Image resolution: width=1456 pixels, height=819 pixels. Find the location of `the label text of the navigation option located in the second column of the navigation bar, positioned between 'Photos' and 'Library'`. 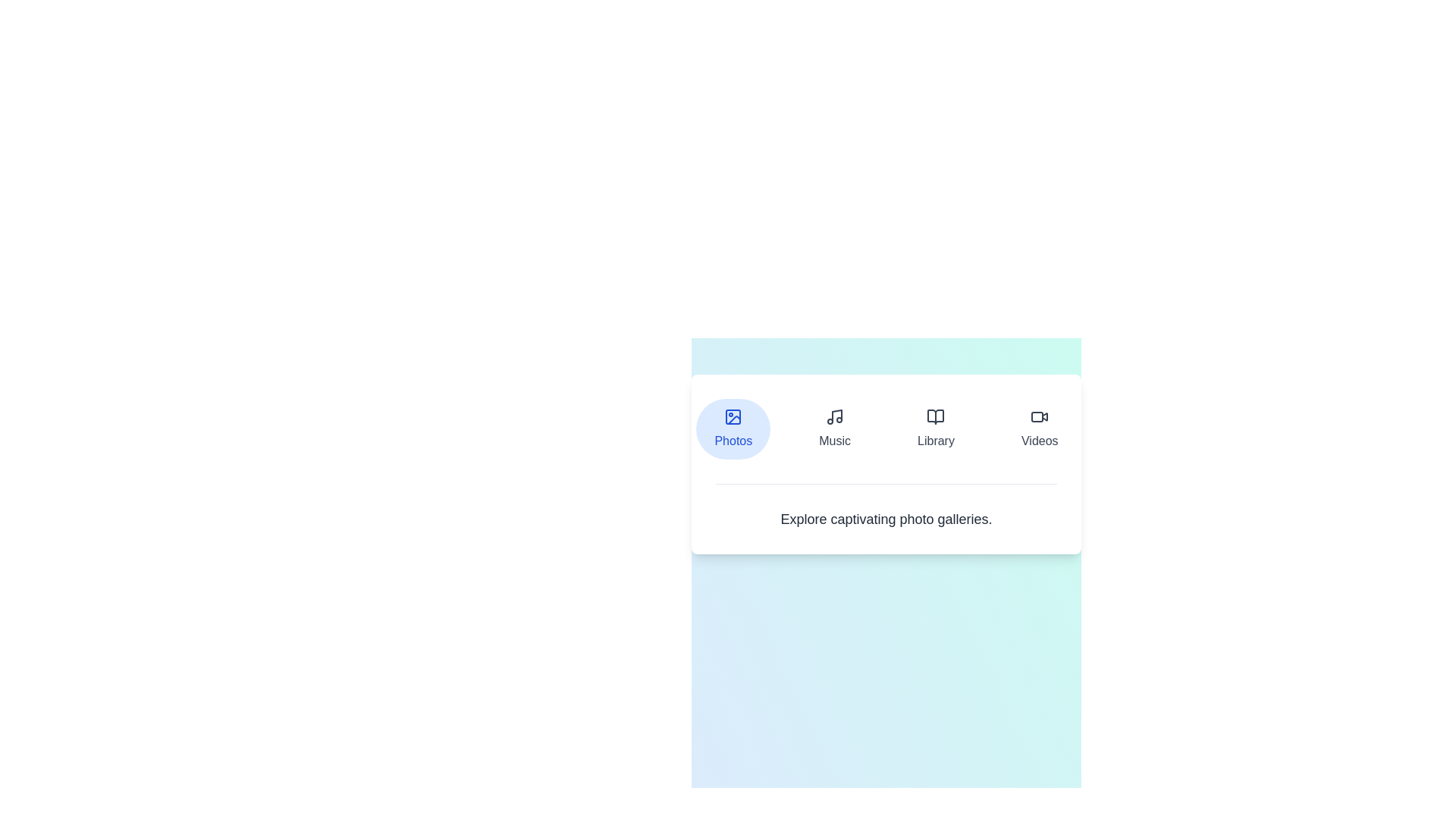

the label text of the navigation option located in the second column of the navigation bar, positioned between 'Photos' and 'Library' is located at coordinates (834, 441).